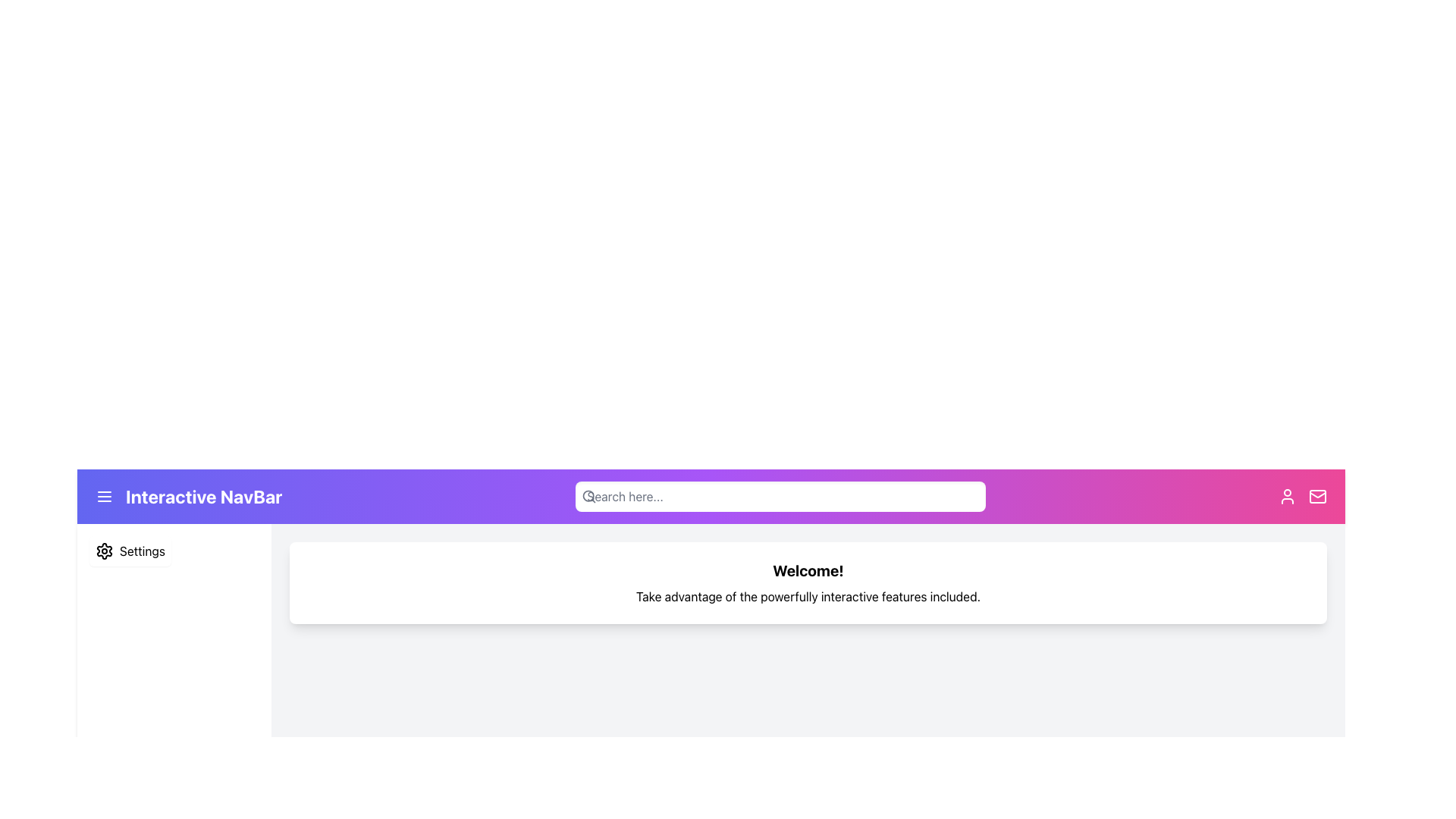 This screenshot has height=819, width=1456. What do you see at coordinates (130, 551) in the screenshot?
I see `the 'Settings' button, which is a horizontally-aligned rectangular button with a gear icon, located below the purple navigation bar labeled 'Interactive NavBar'` at bounding box center [130, 551].